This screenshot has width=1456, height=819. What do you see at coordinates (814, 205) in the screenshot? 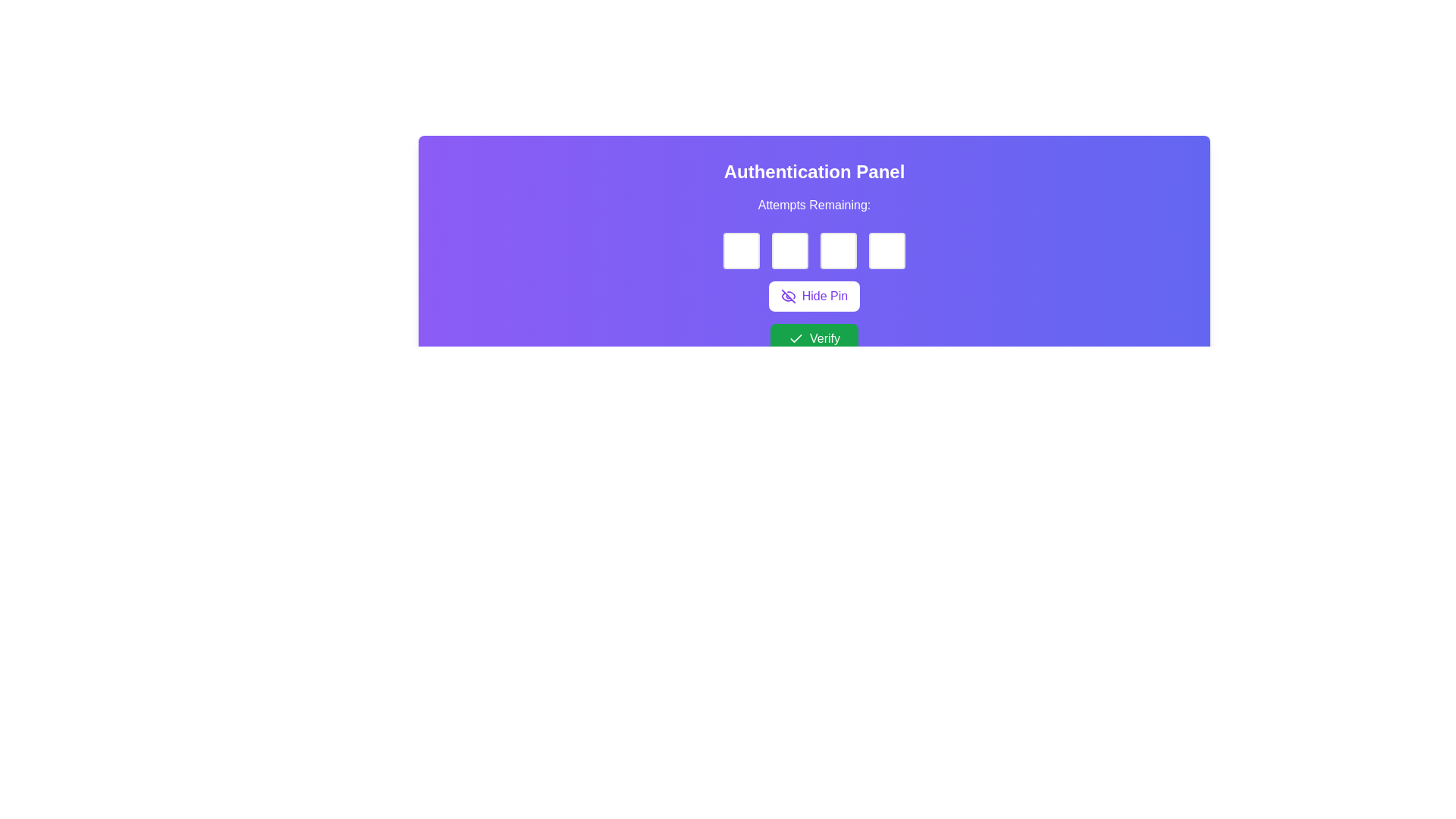
I see `the text label 'Attempts Remaining:' which is styled with white text on a purple gradient background and positioned beneath the 'Authentication Panel' heading` at bounding box center [814, 205].